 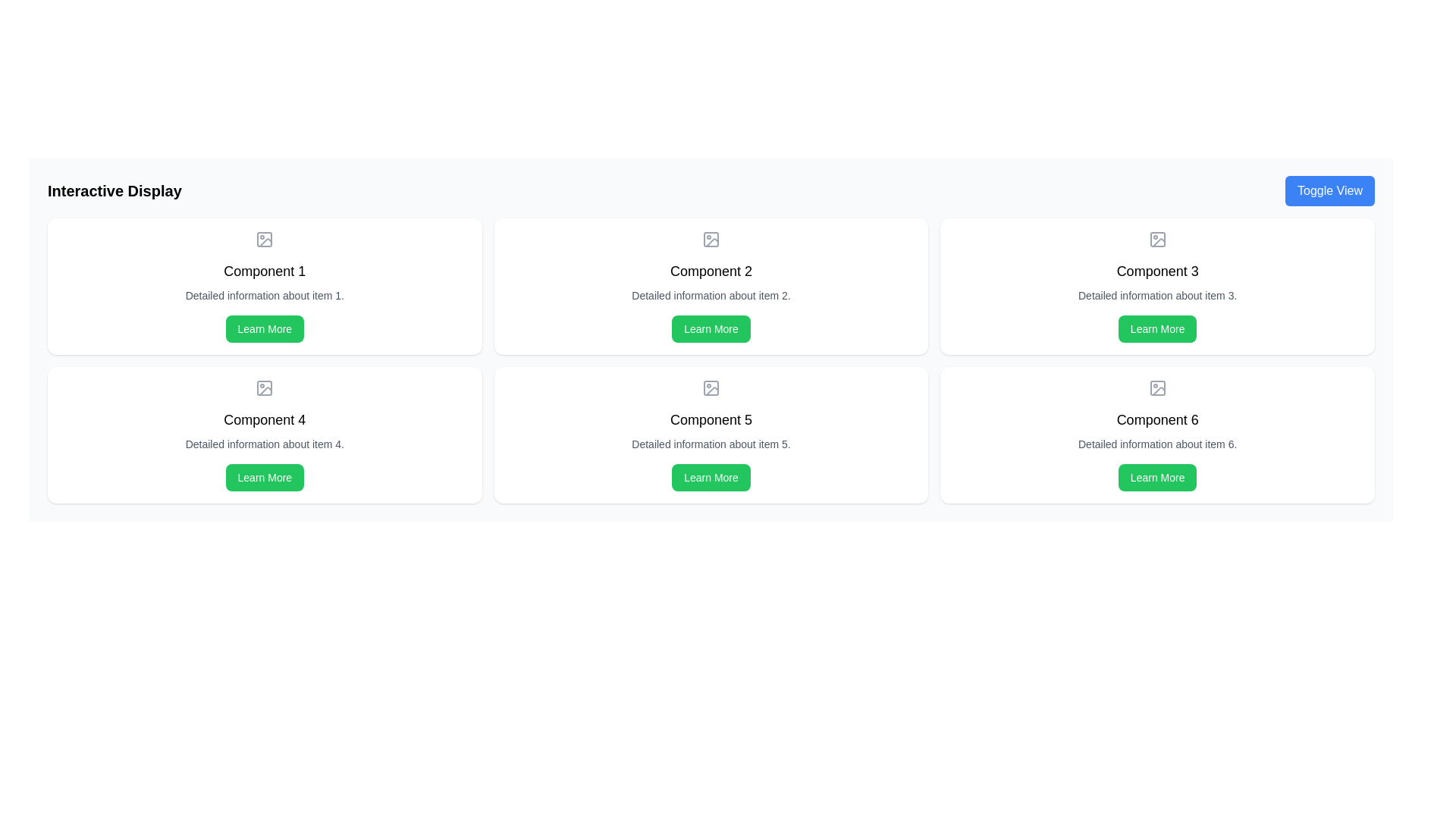 I want to click on the icon that serves as a visual representation for the card labeled 'Component 2', located at the top center of the card, so click(x=710, y=239).